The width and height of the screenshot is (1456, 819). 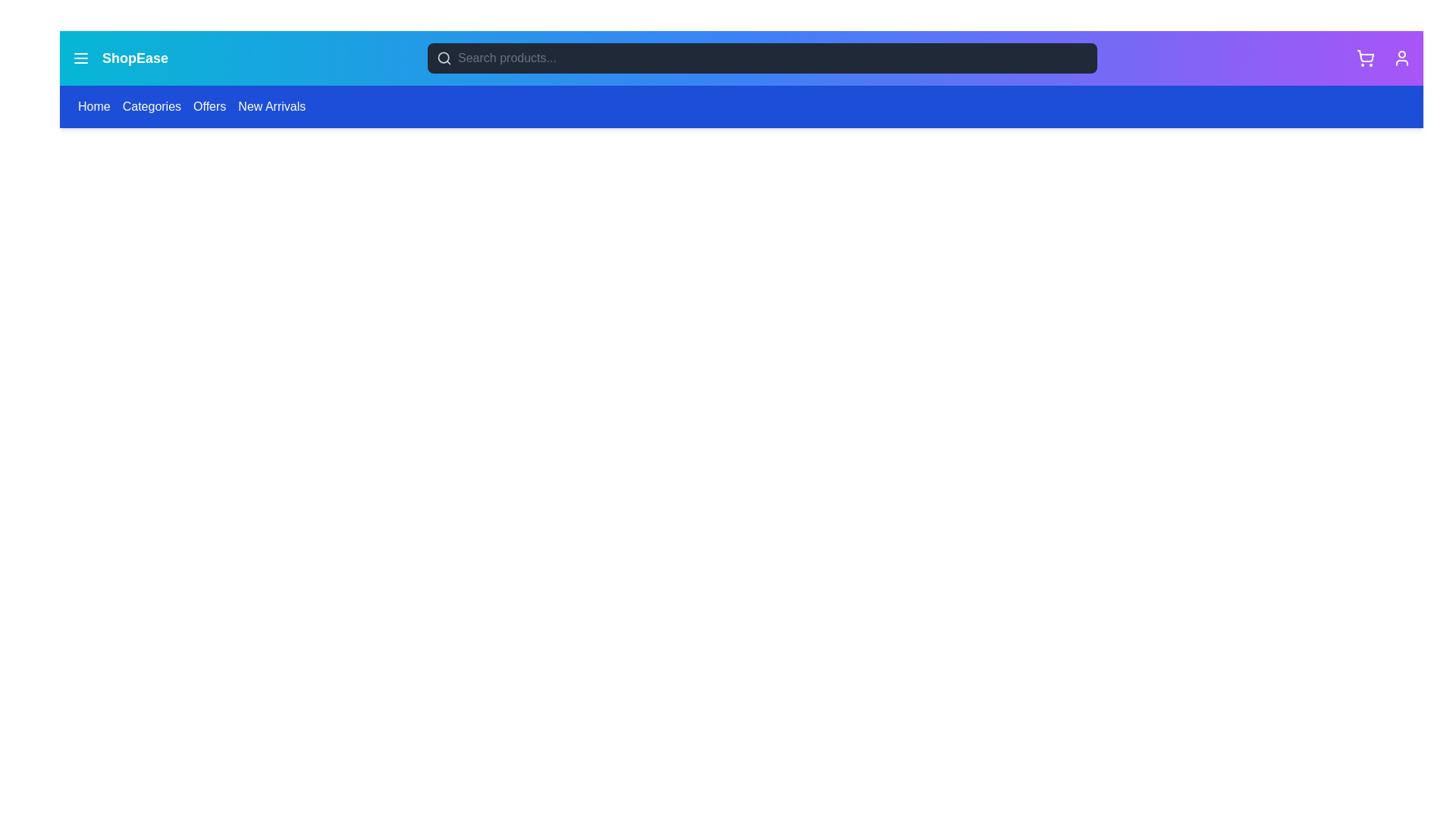 What do you see at coordinates (93, 106) in the screenshot?
I see `the Interactive text link located at the far left of the navigation bar` at bounding box center [93, 106].